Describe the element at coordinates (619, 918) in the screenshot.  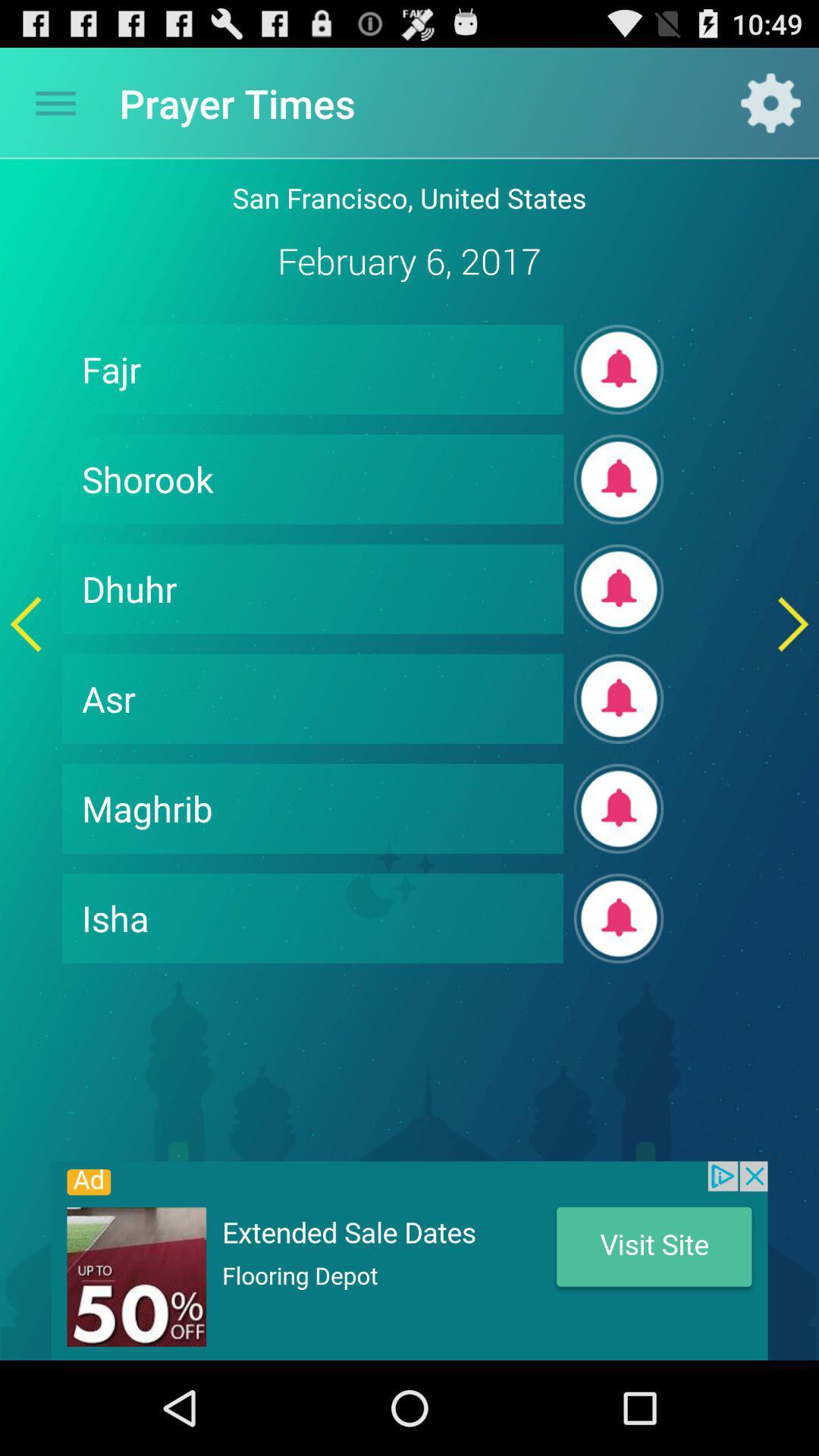
I see `set alarm for isha` at that location.